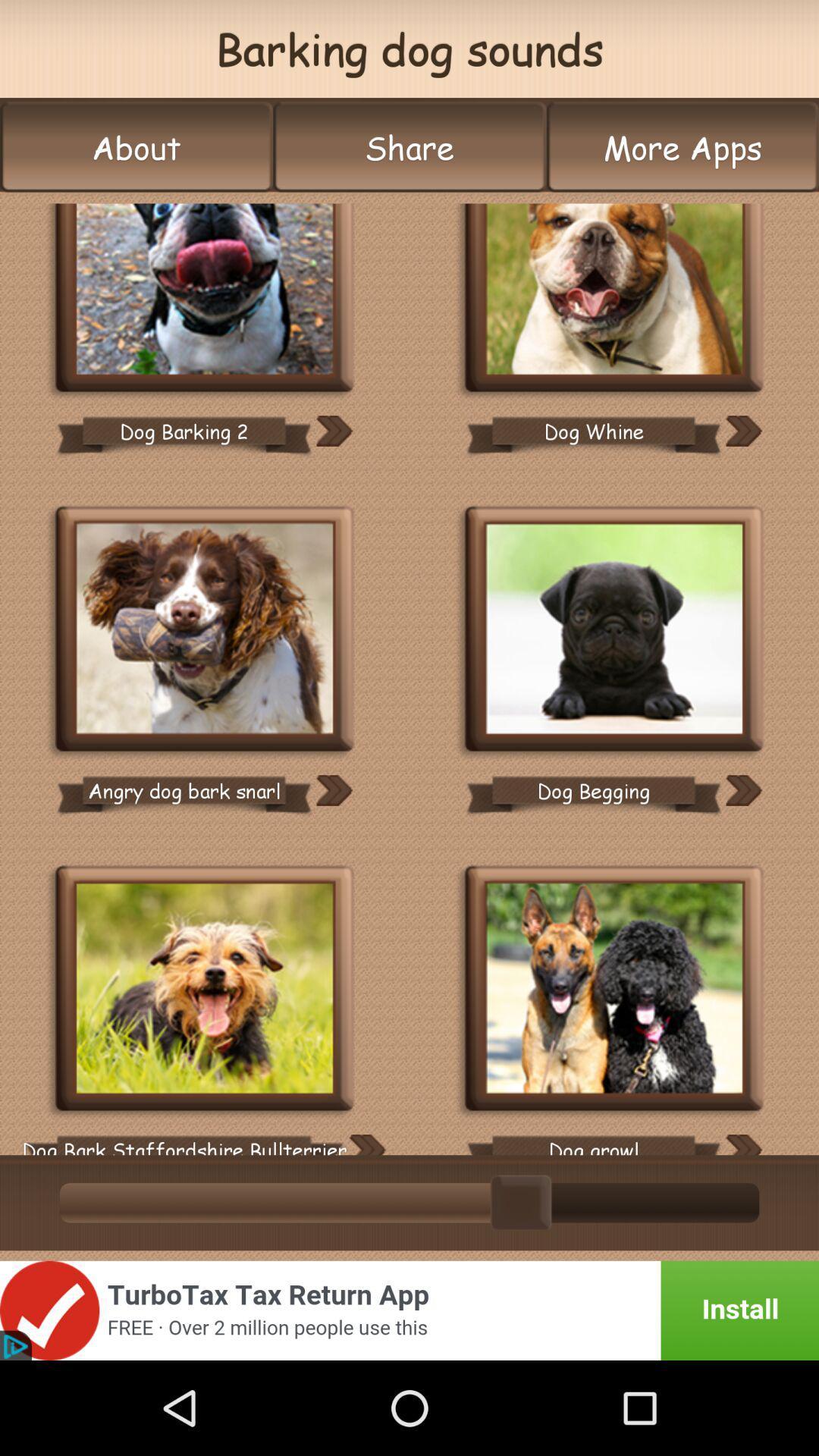 The width and height of the screenshot is (819, 1456). What do you see at coordinates (205, 299) in the screenshot?
I see `dog barking 2` at bounding box center [205, 299].